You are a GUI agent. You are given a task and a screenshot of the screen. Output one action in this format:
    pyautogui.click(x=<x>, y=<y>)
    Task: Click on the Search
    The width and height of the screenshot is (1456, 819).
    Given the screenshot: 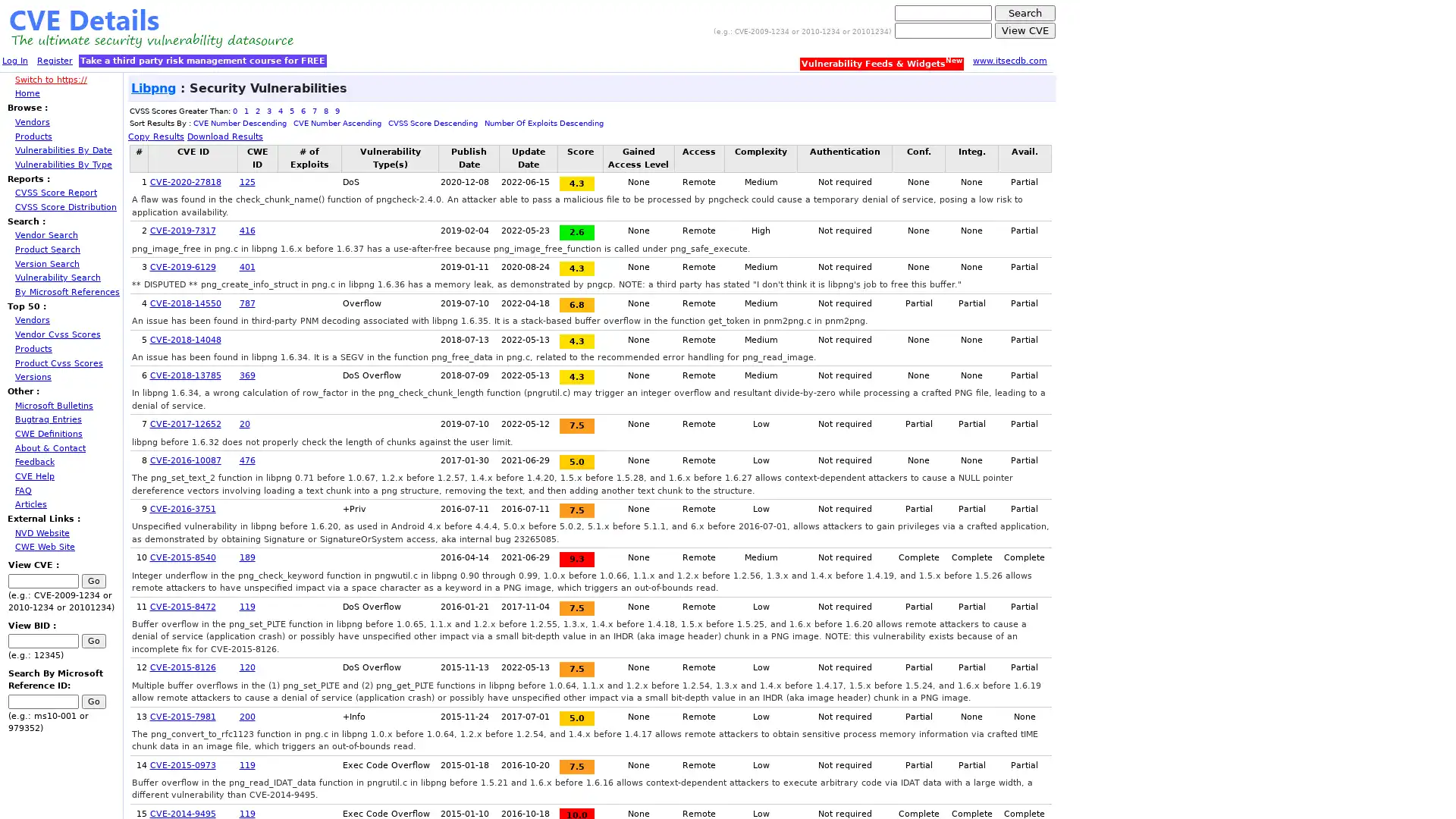 What is the action you would take?
    pyautogui.click(x=1025, y=13)
    